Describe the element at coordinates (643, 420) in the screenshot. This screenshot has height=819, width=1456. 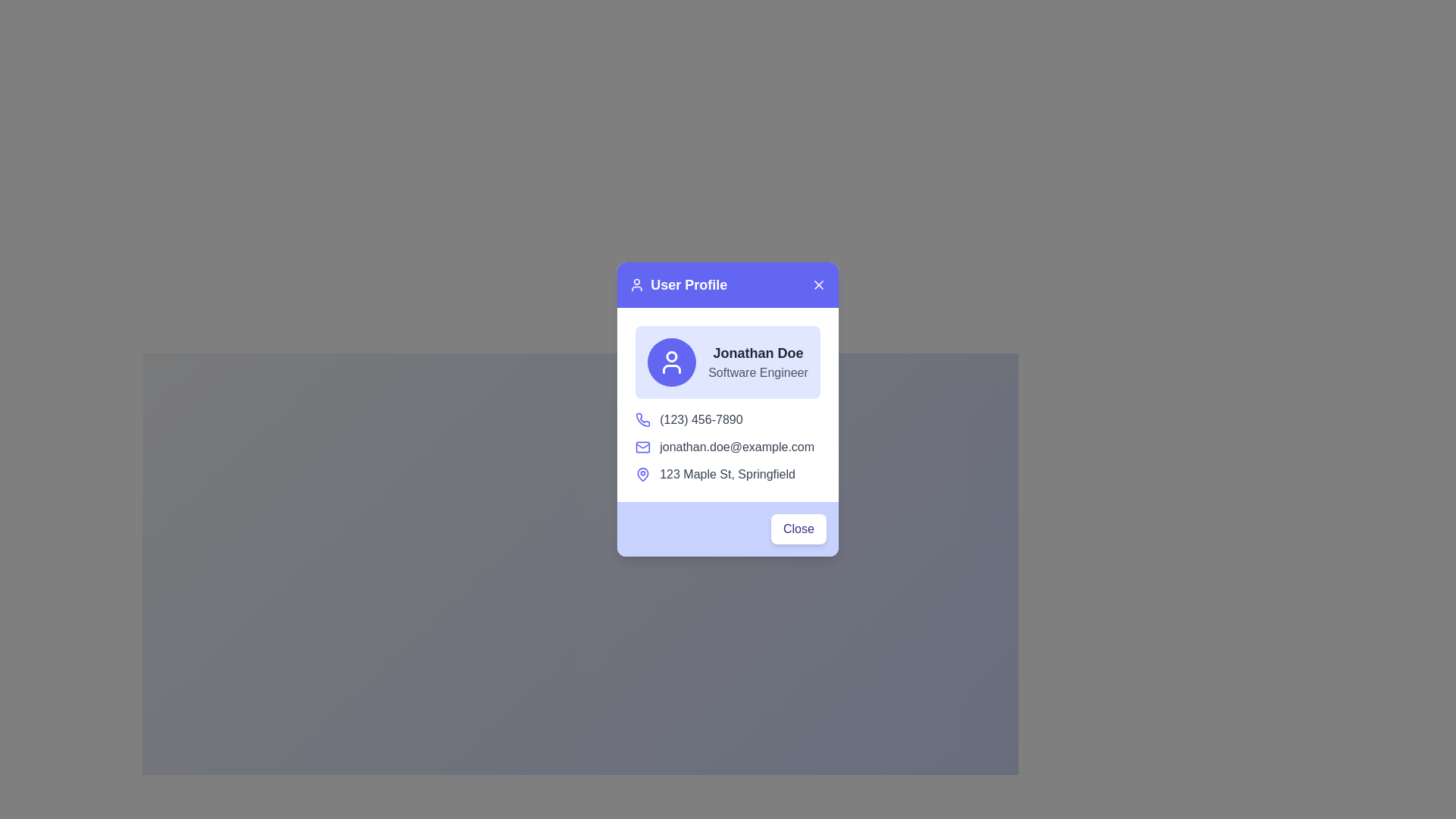
I see `the phone icon located to the left of the text '(123) 456-7890' within the profile card layout` at that location.